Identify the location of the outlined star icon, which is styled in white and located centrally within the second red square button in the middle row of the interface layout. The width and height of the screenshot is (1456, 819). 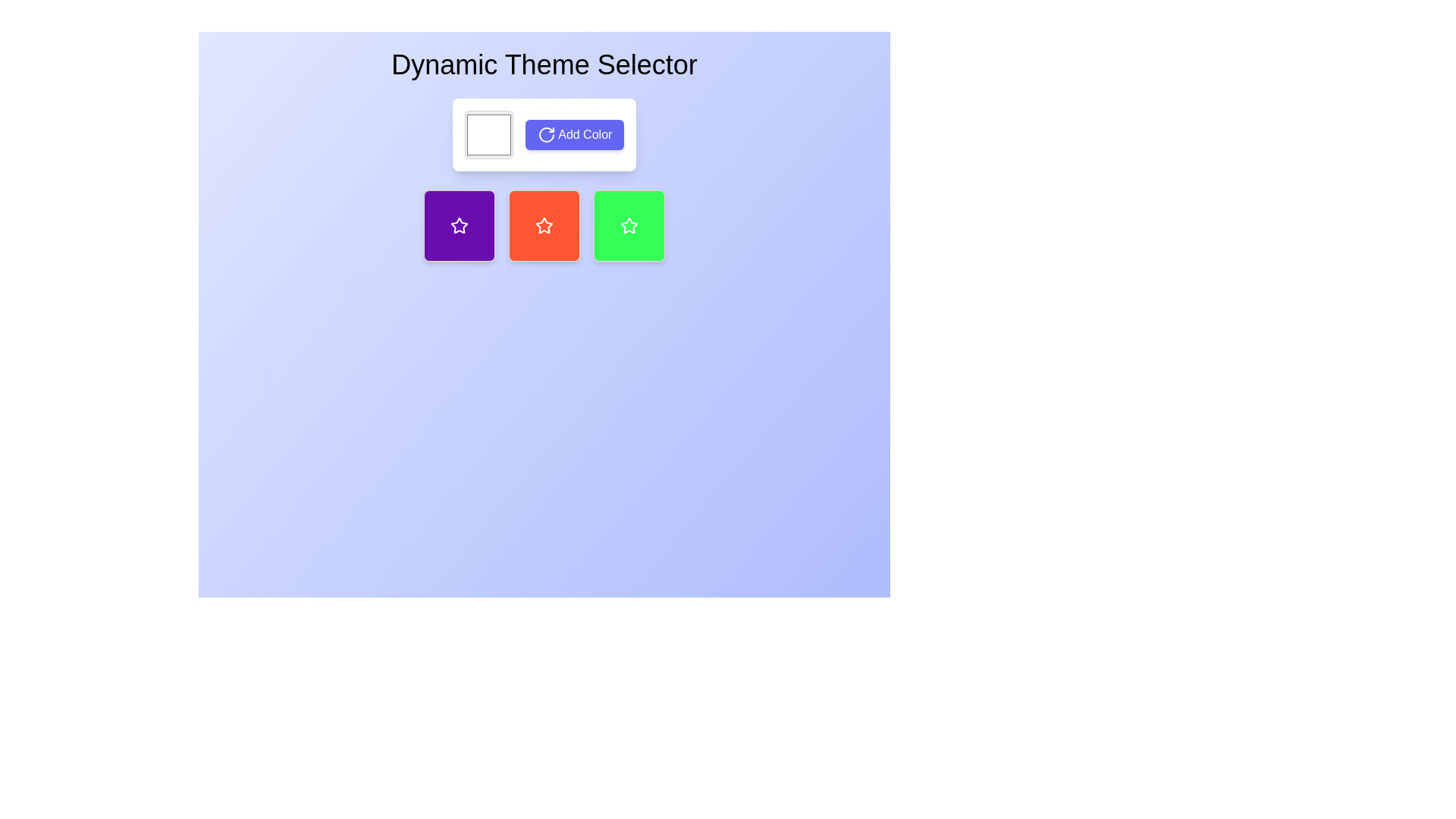
(544, 225).